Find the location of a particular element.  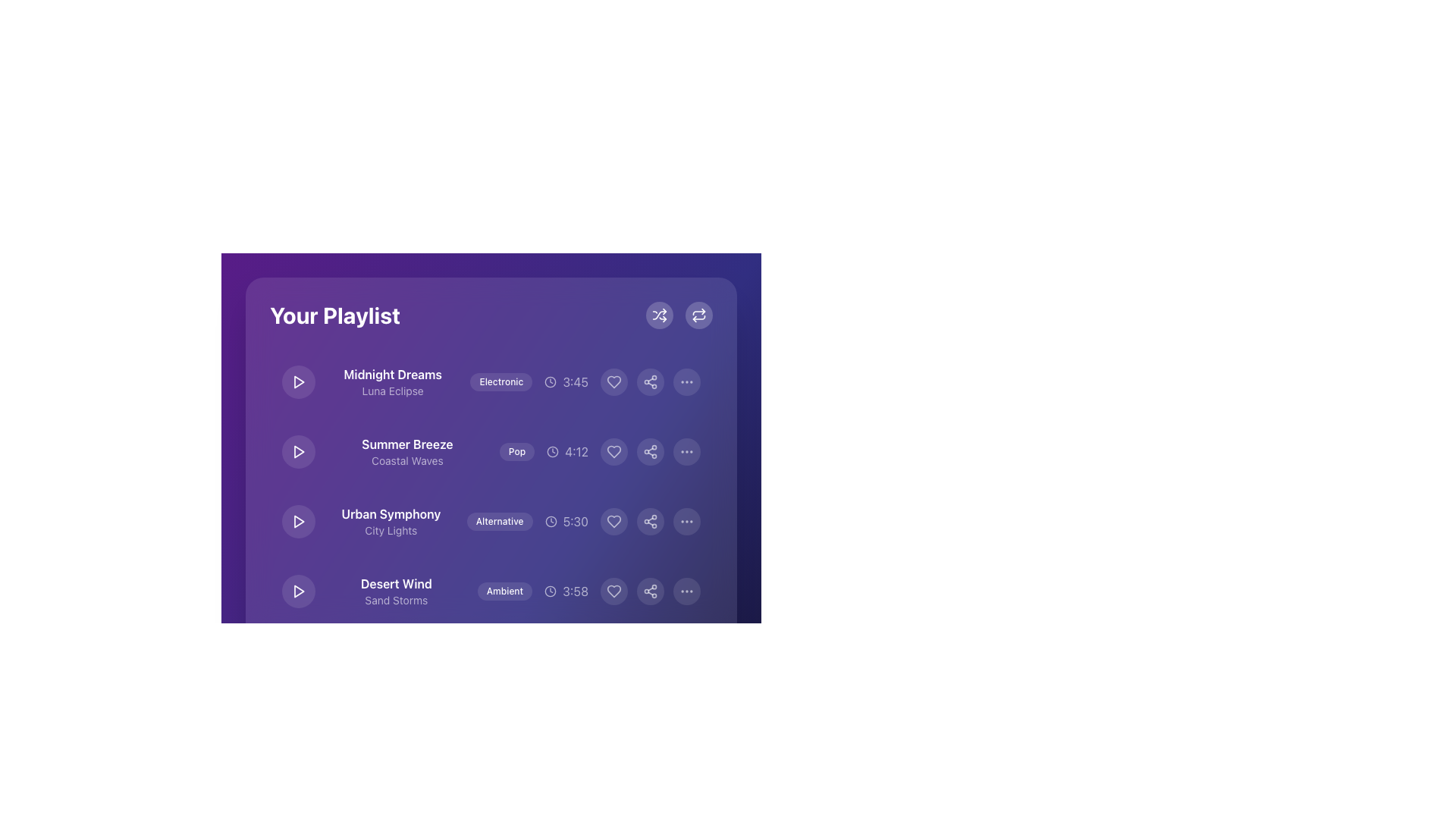

the numeric button positioned in the middle of a horizontal group of five similar elements, which is the third button, to observe its hover effects is located at coordinates (491, 728).